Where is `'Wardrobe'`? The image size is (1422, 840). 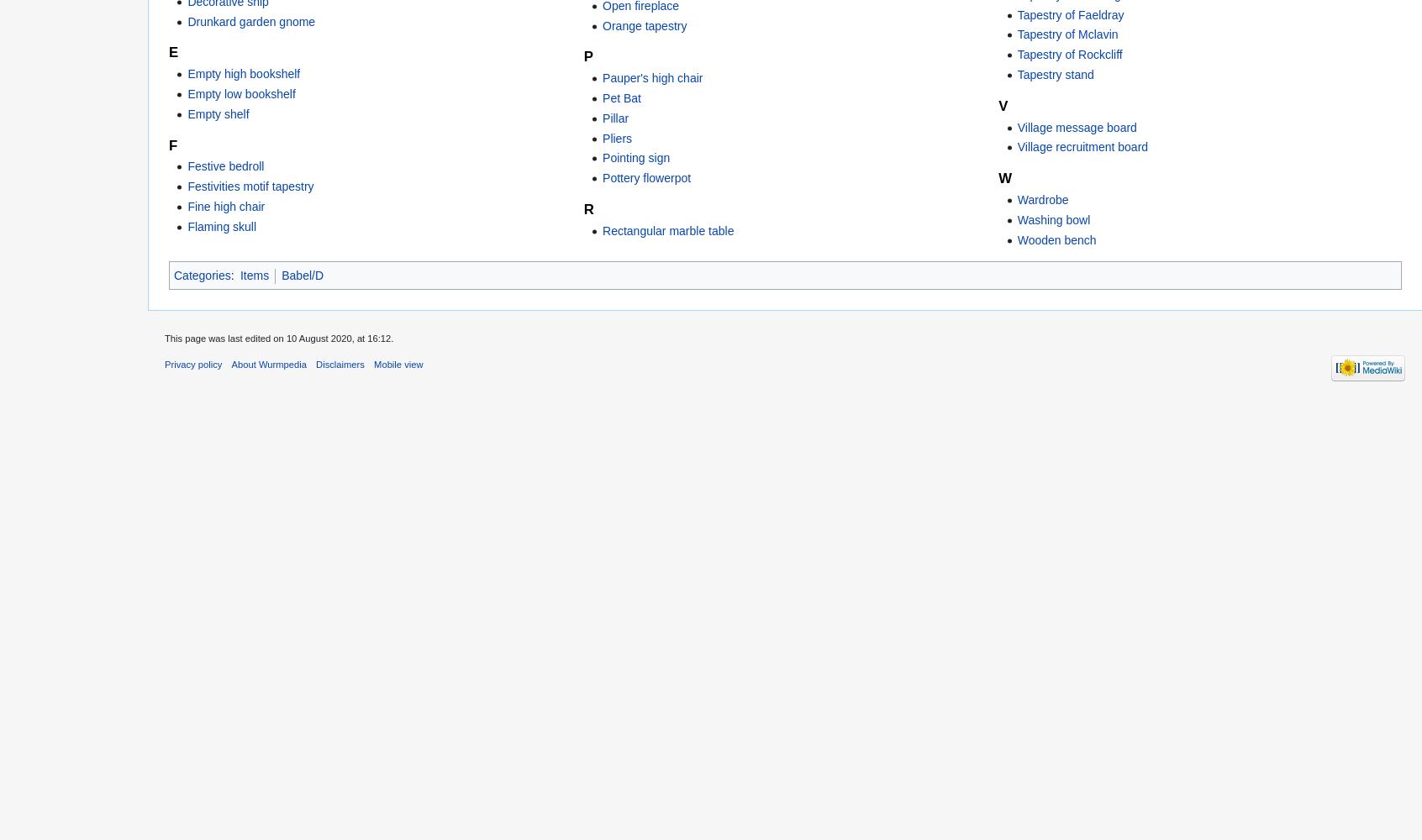 'Wardrobe' is located at coordinates (1016, 199).